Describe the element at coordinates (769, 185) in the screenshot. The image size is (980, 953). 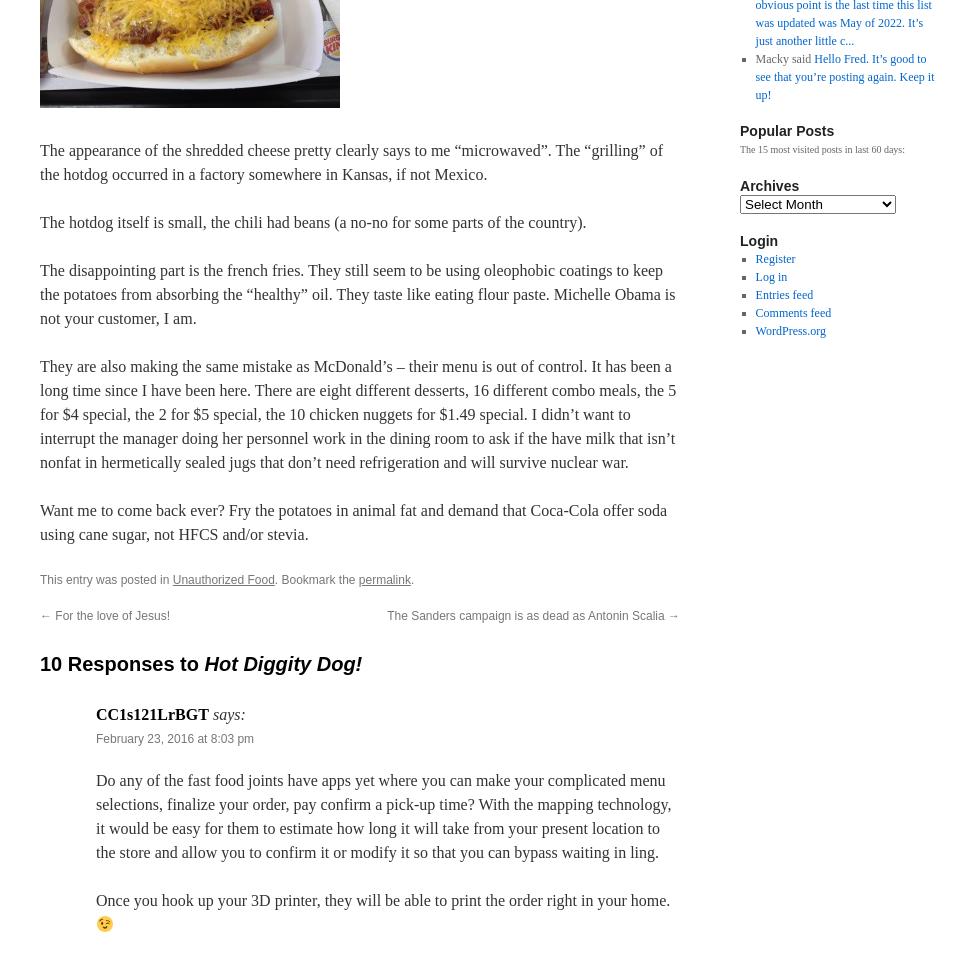
I see `'Archives'` at that location.